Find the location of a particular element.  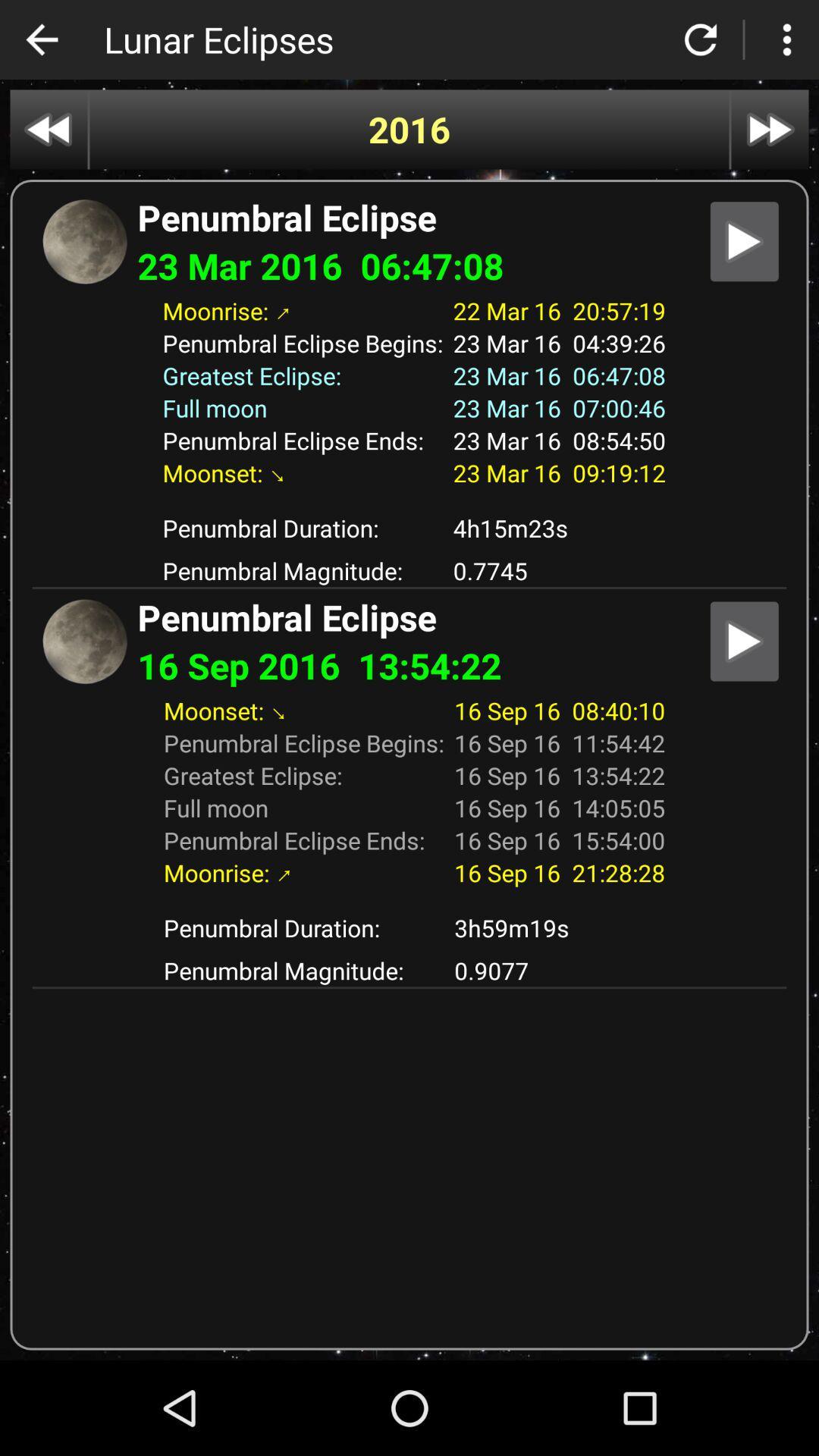

undo button is located at coordinates (41, 39).